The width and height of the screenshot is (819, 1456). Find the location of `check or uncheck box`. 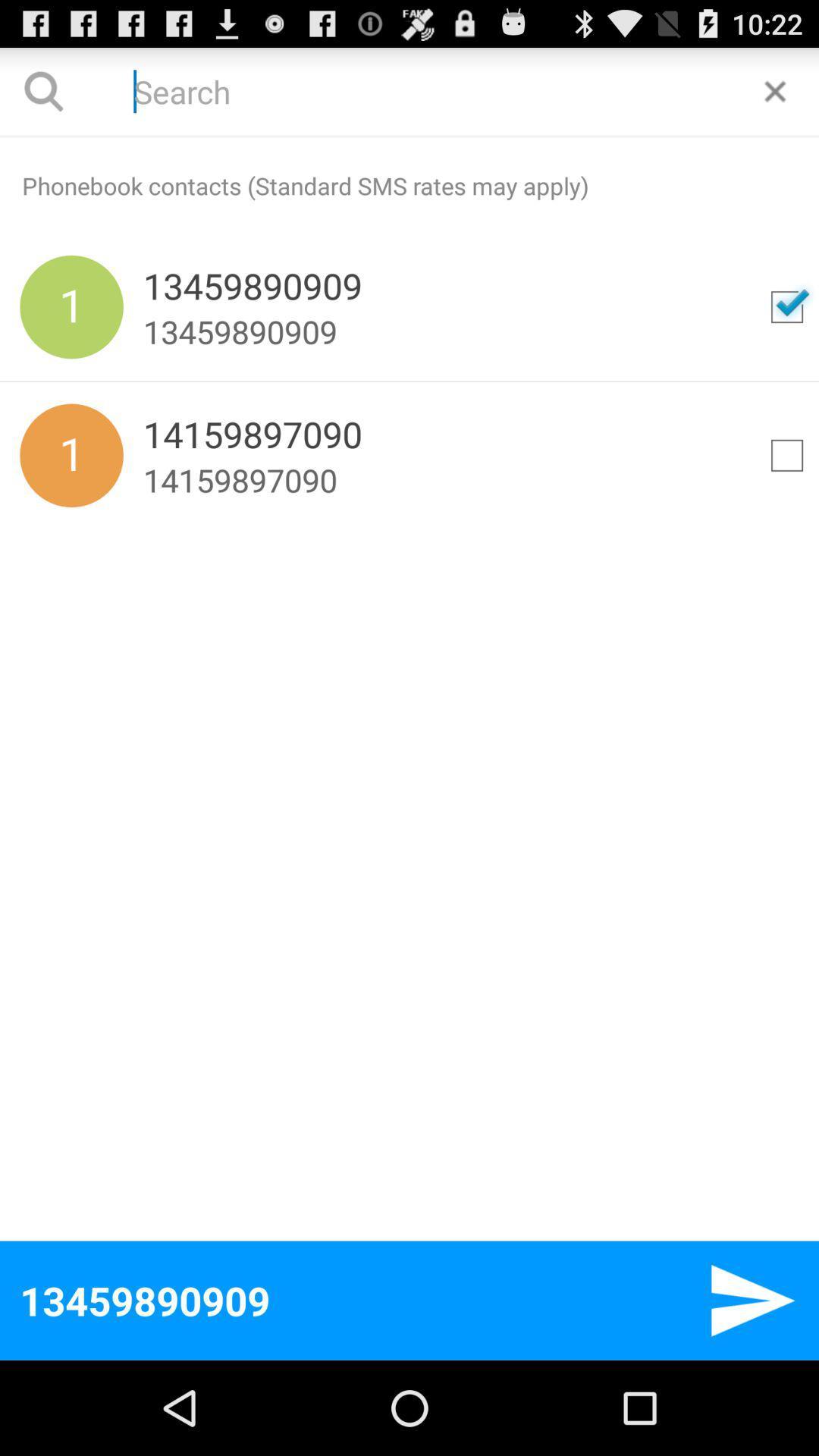

check or uncheck box is located at coordinates (786, 306).